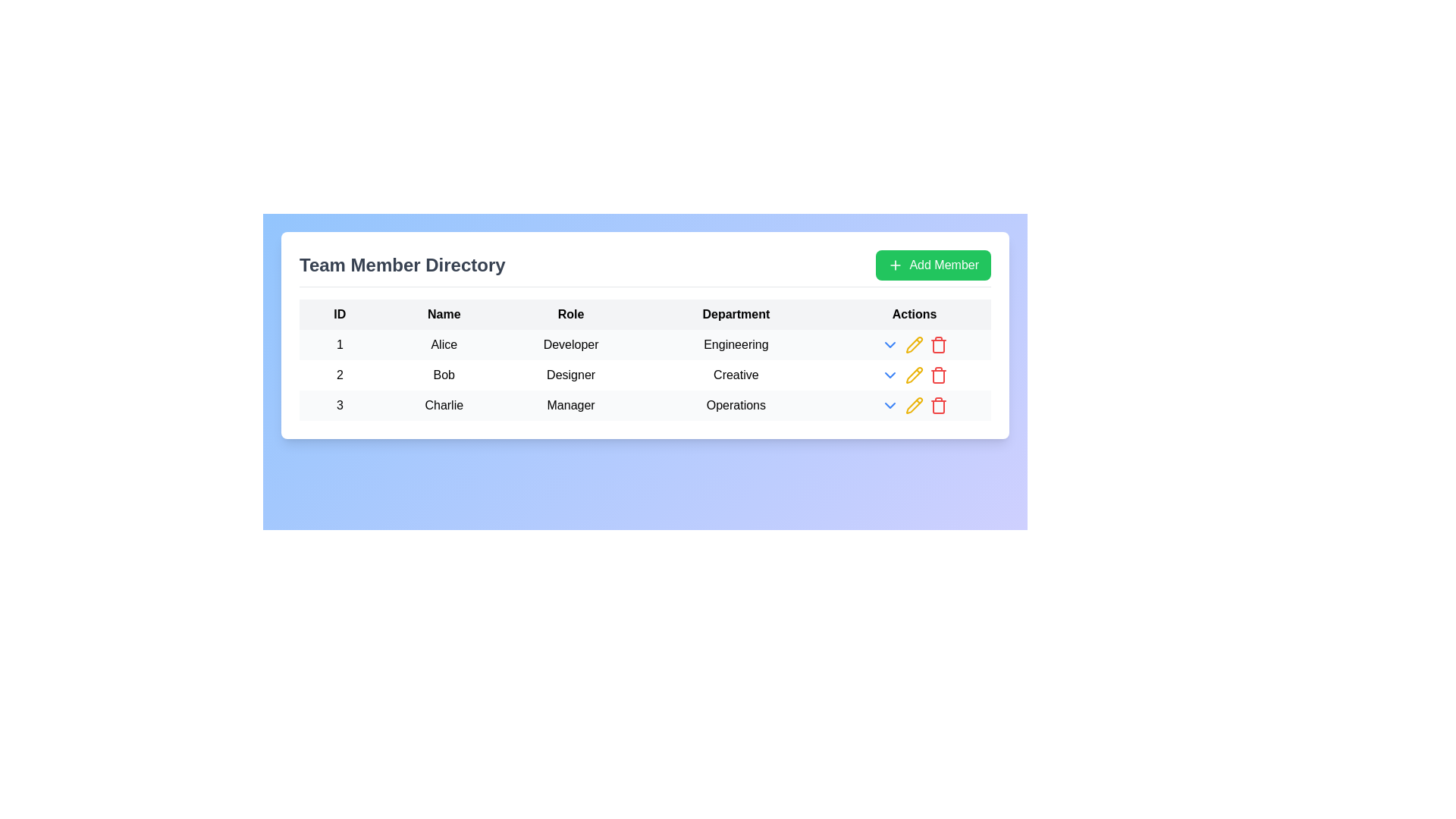  What do you see at coordinates (339, 375) in the screenshot?
I see `the text label displaying the unique ID of the team member in the second row of the 'Team Member Directory' table` at bounding box center [339, 375].